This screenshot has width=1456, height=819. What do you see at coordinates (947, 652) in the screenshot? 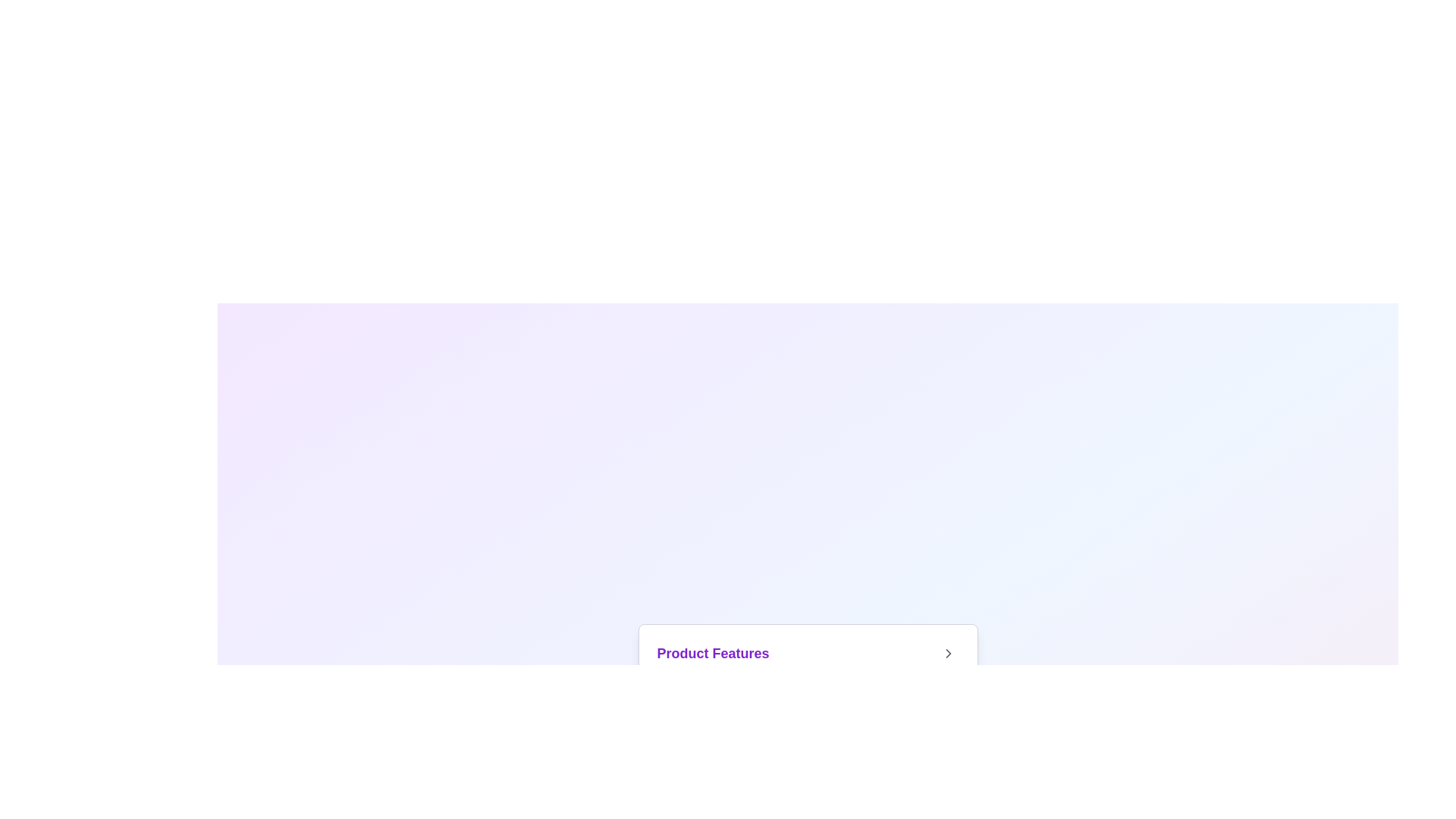
I see `the rightward action indicator icon located within the SVG group, positioned to the right of the 'Product Features' text` at bounding box center [947, 652].